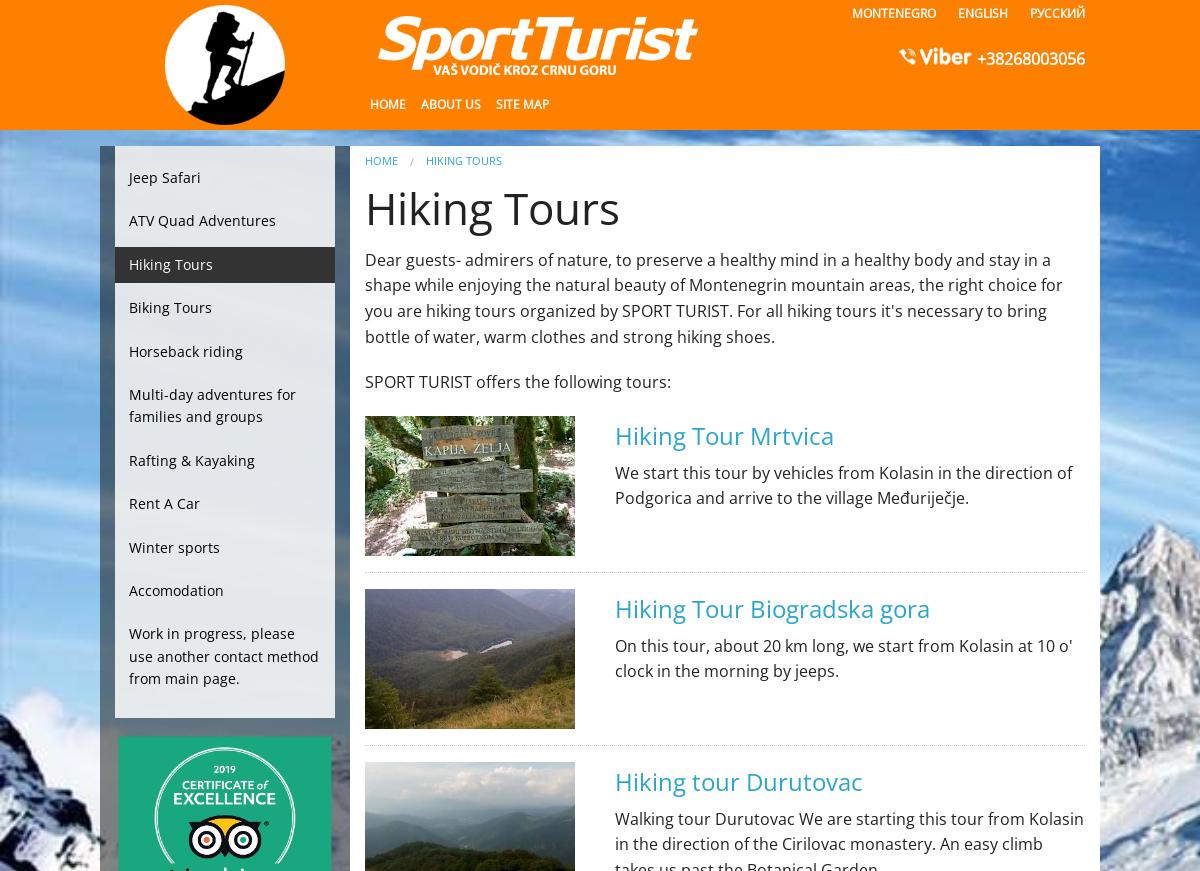 Image resolution: width=1200 pixels, height=871 pixels. Describe the element at coordinates (201, 220) in the screenshot. I see `'ATV Quad Adventures'` at that location.